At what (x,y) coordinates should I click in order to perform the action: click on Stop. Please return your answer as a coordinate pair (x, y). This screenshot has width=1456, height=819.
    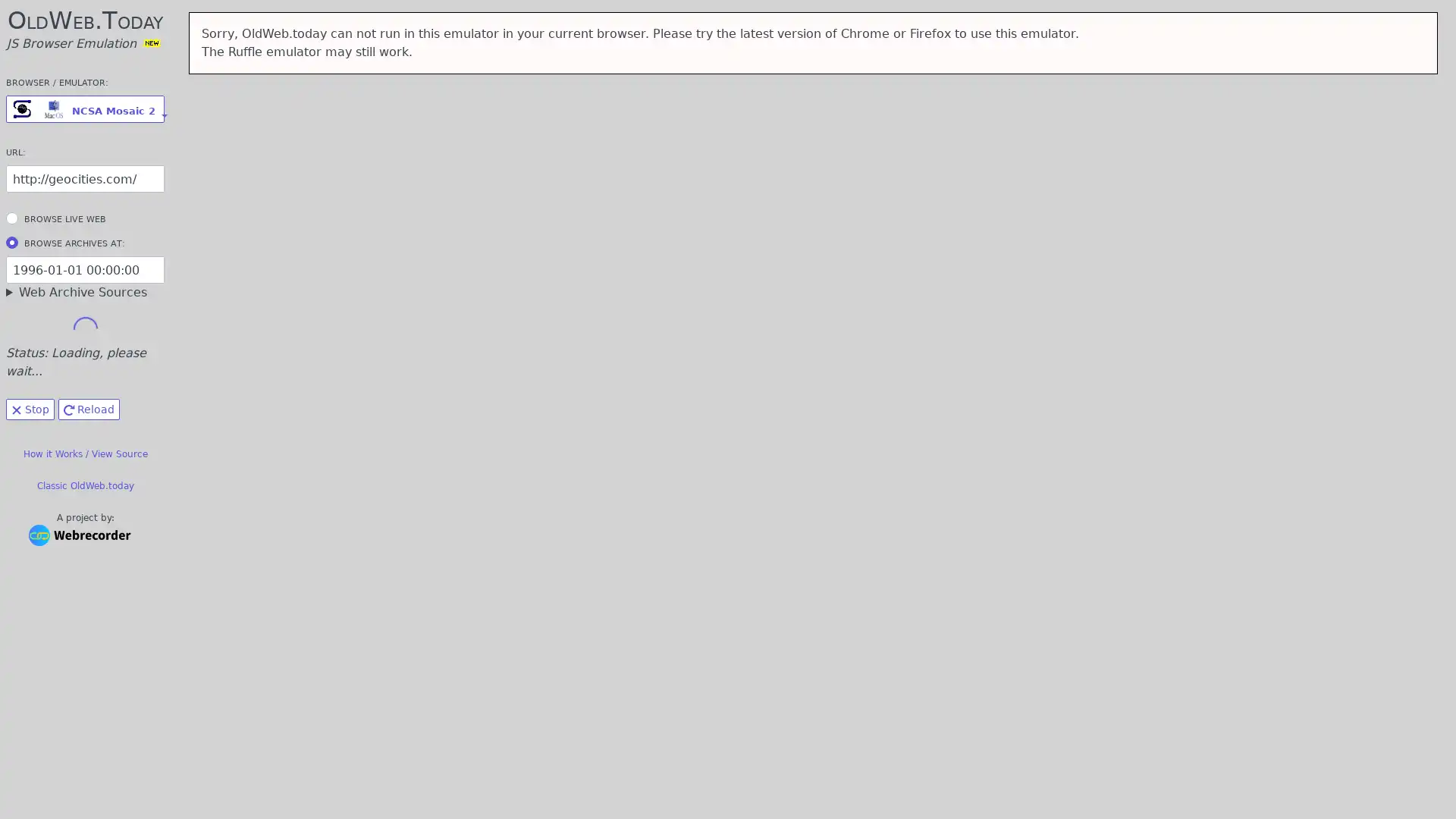
    Looking at the image, I should click on (30, 409).